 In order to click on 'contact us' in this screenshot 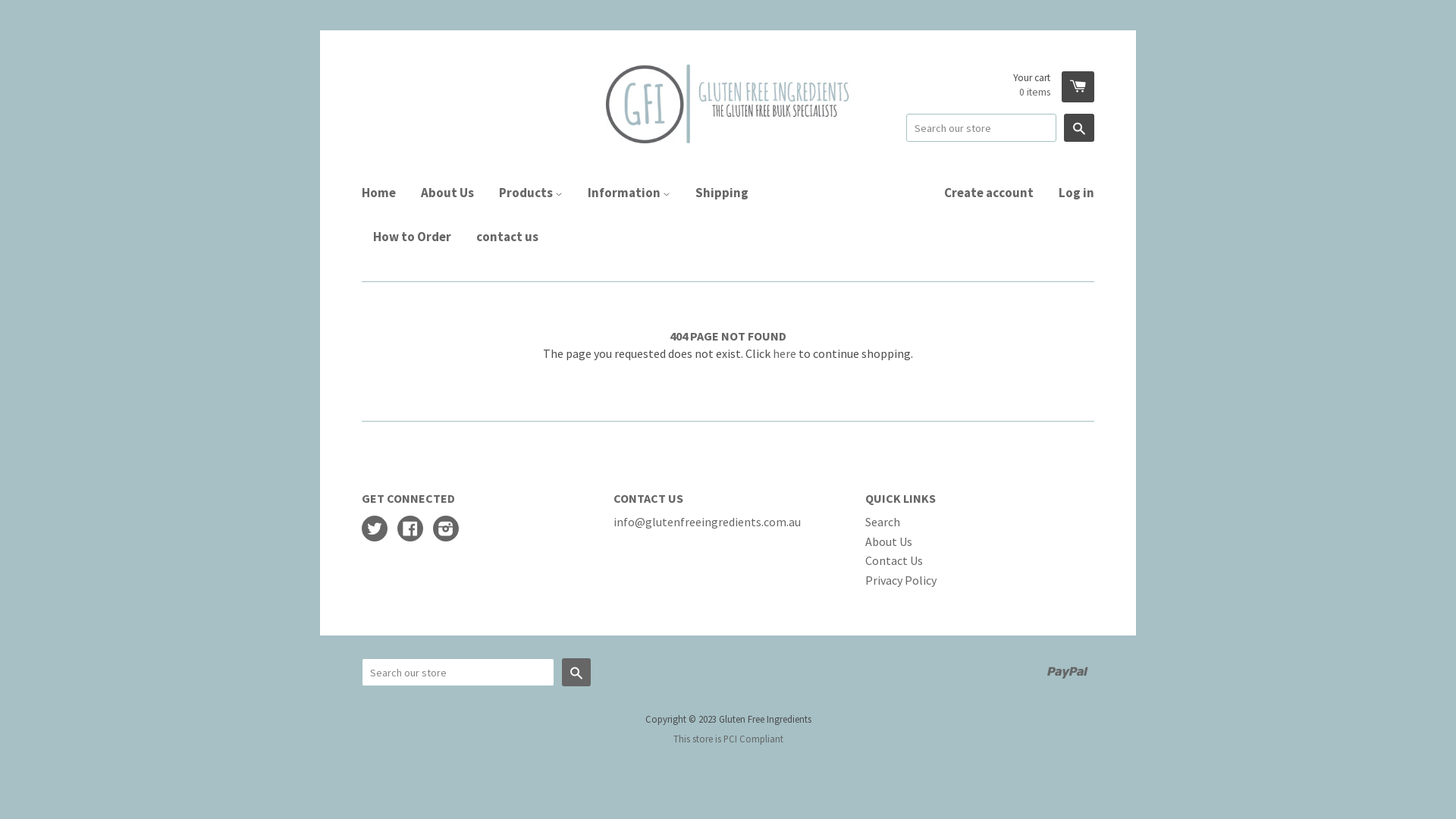, I will do `click(501, 237)`.